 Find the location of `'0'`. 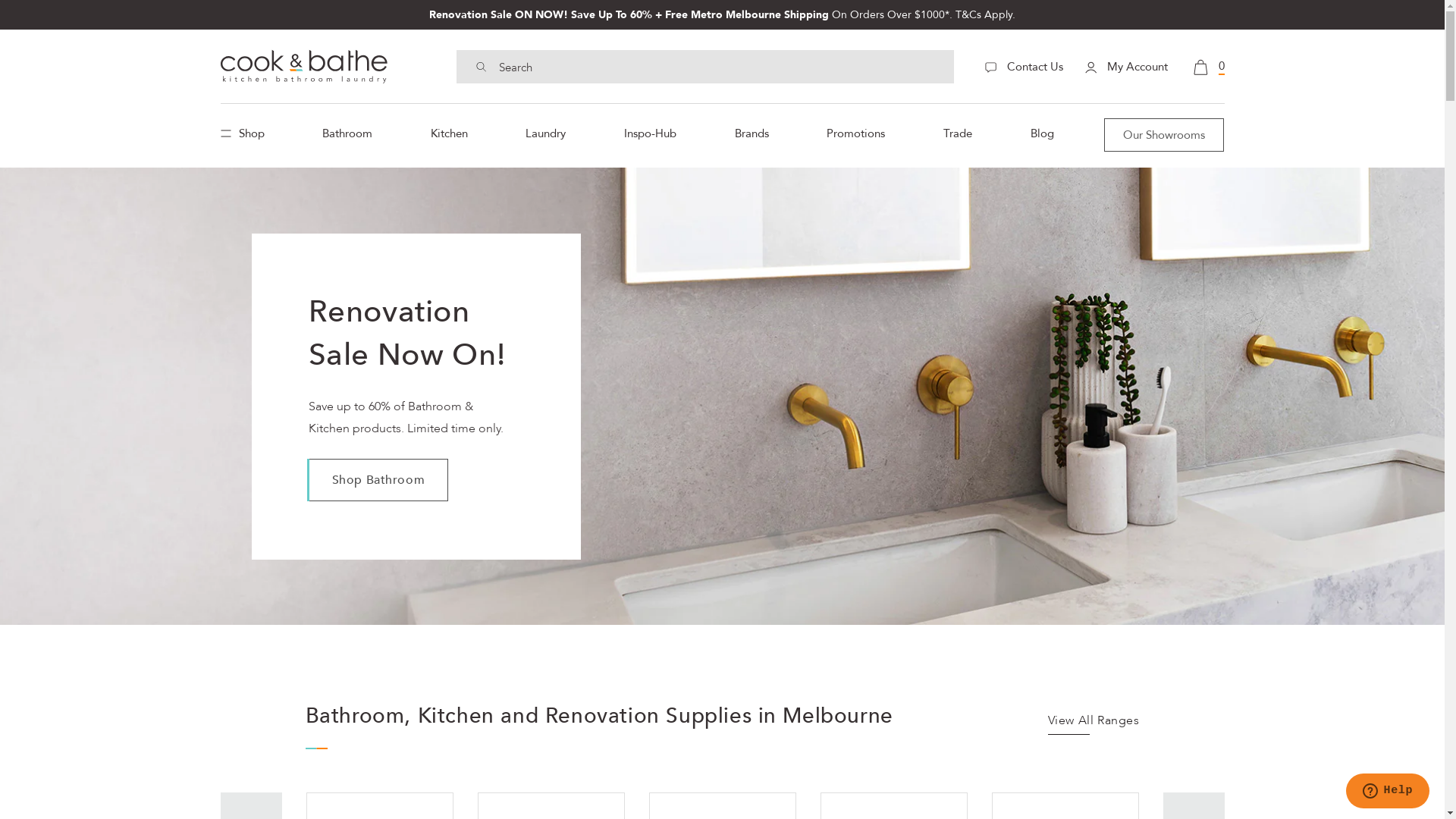

'0' is located at coordinates (1207, 65).